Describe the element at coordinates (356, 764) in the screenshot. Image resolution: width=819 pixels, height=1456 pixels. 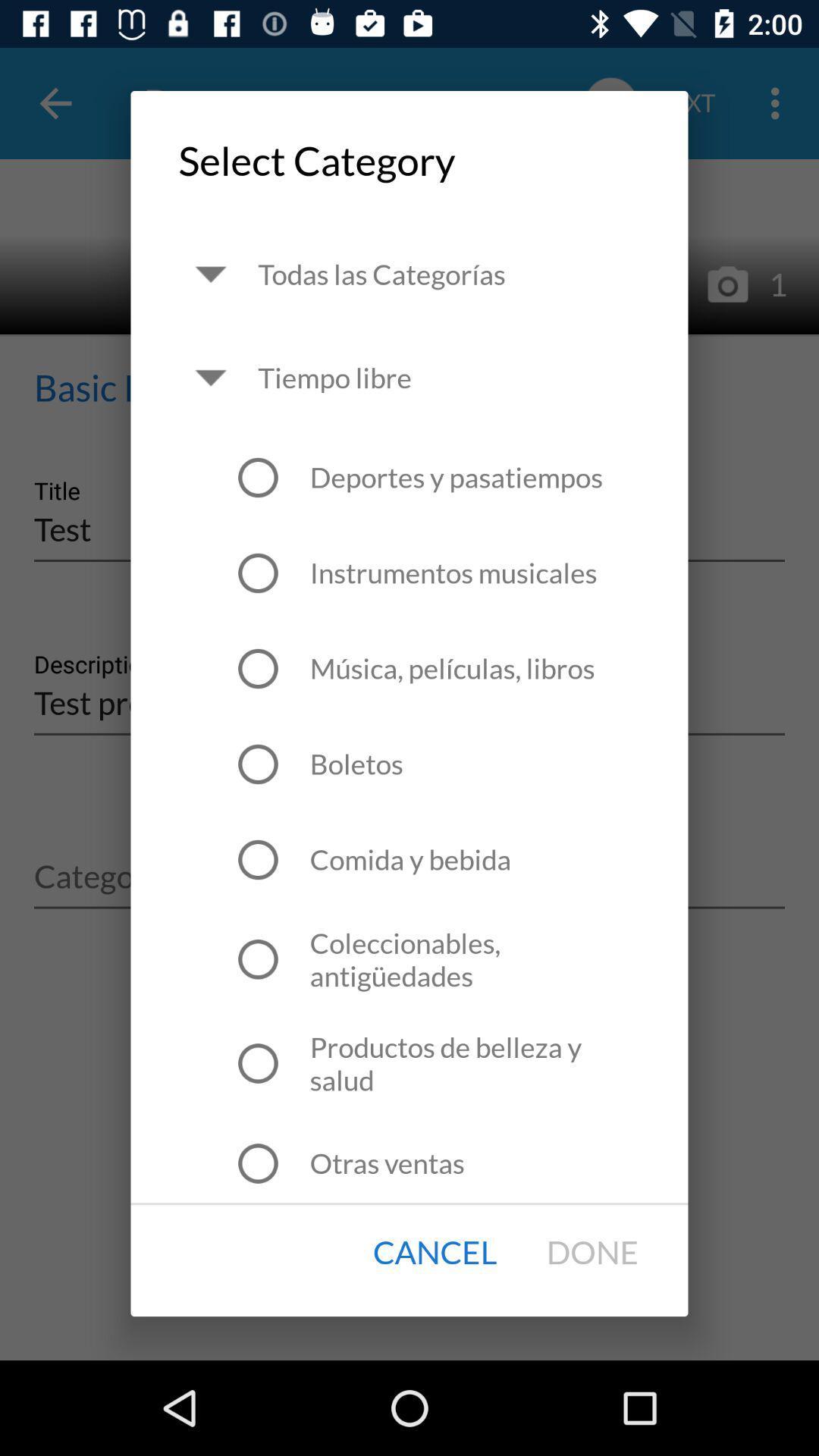
I see `boletos icon` at that location.